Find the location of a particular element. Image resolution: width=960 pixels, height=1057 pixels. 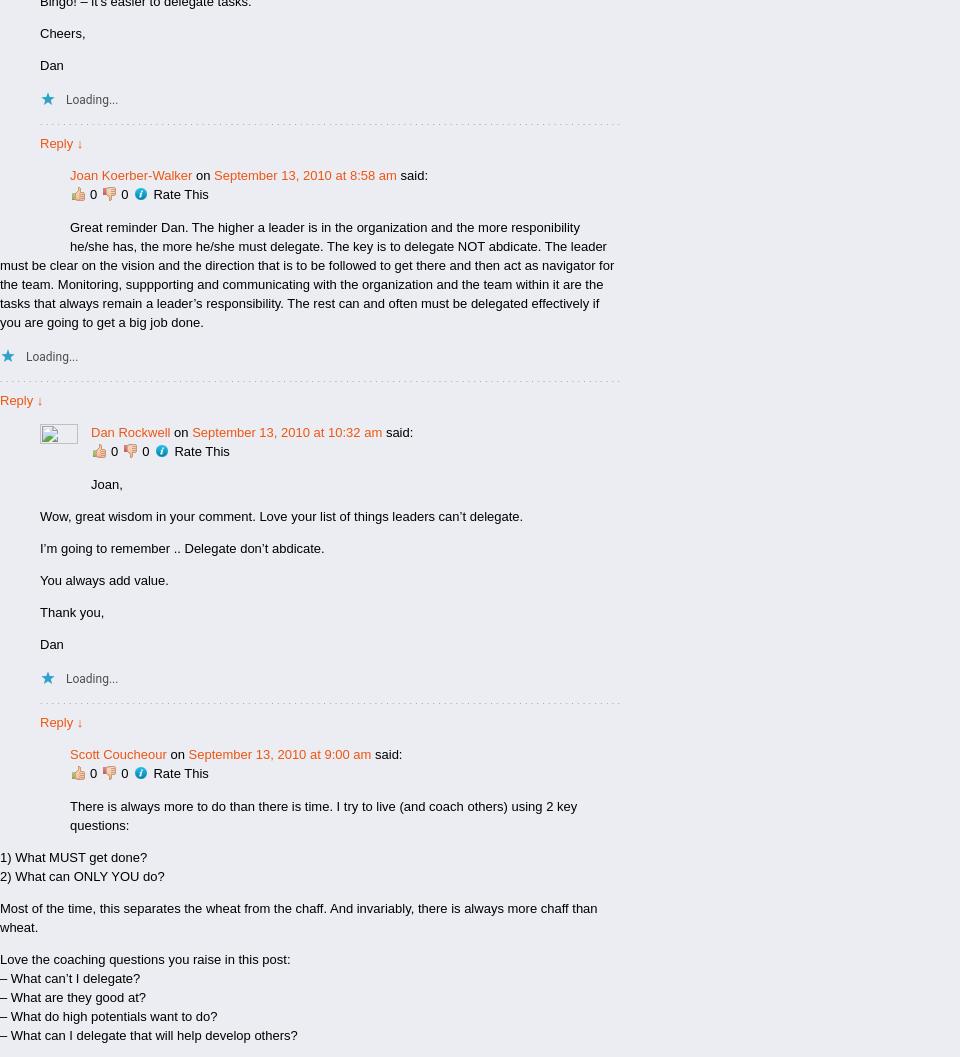

'September 13, 2010 at 10:32 am' is located at coordinates (286, 431).